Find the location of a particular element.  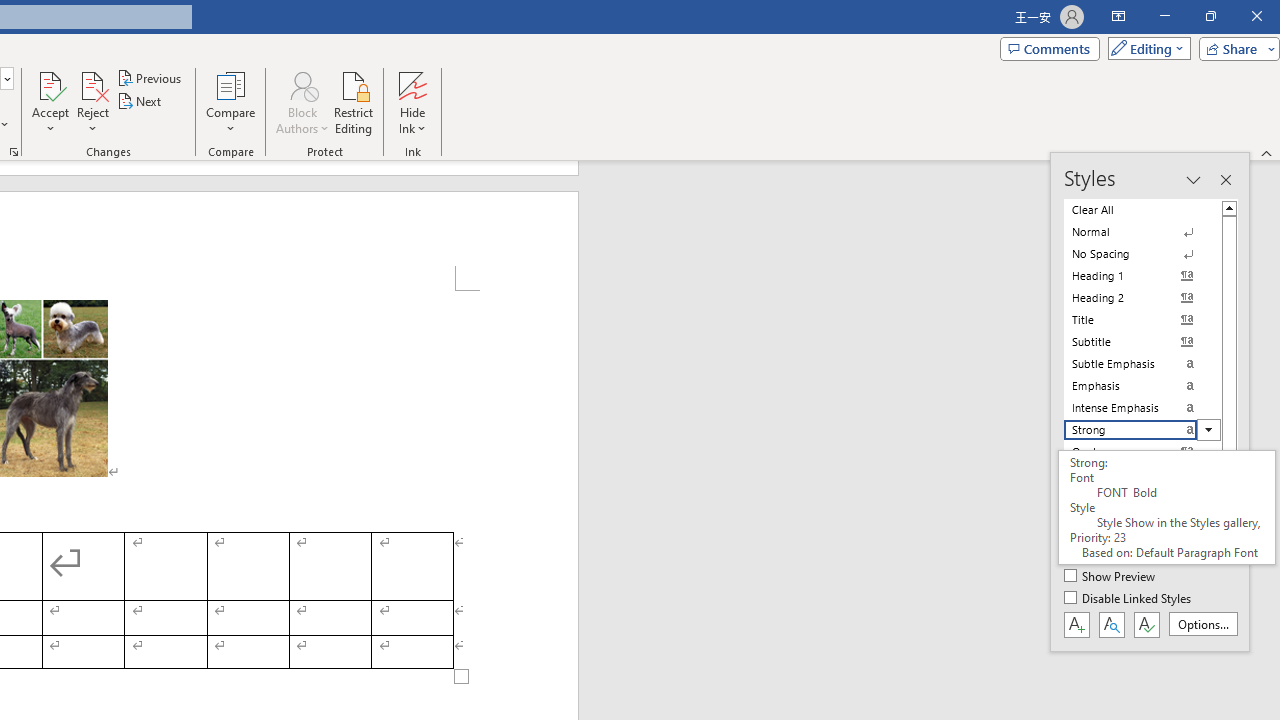

'Class: NetUIButton' is located at coordinates (1146, 623).